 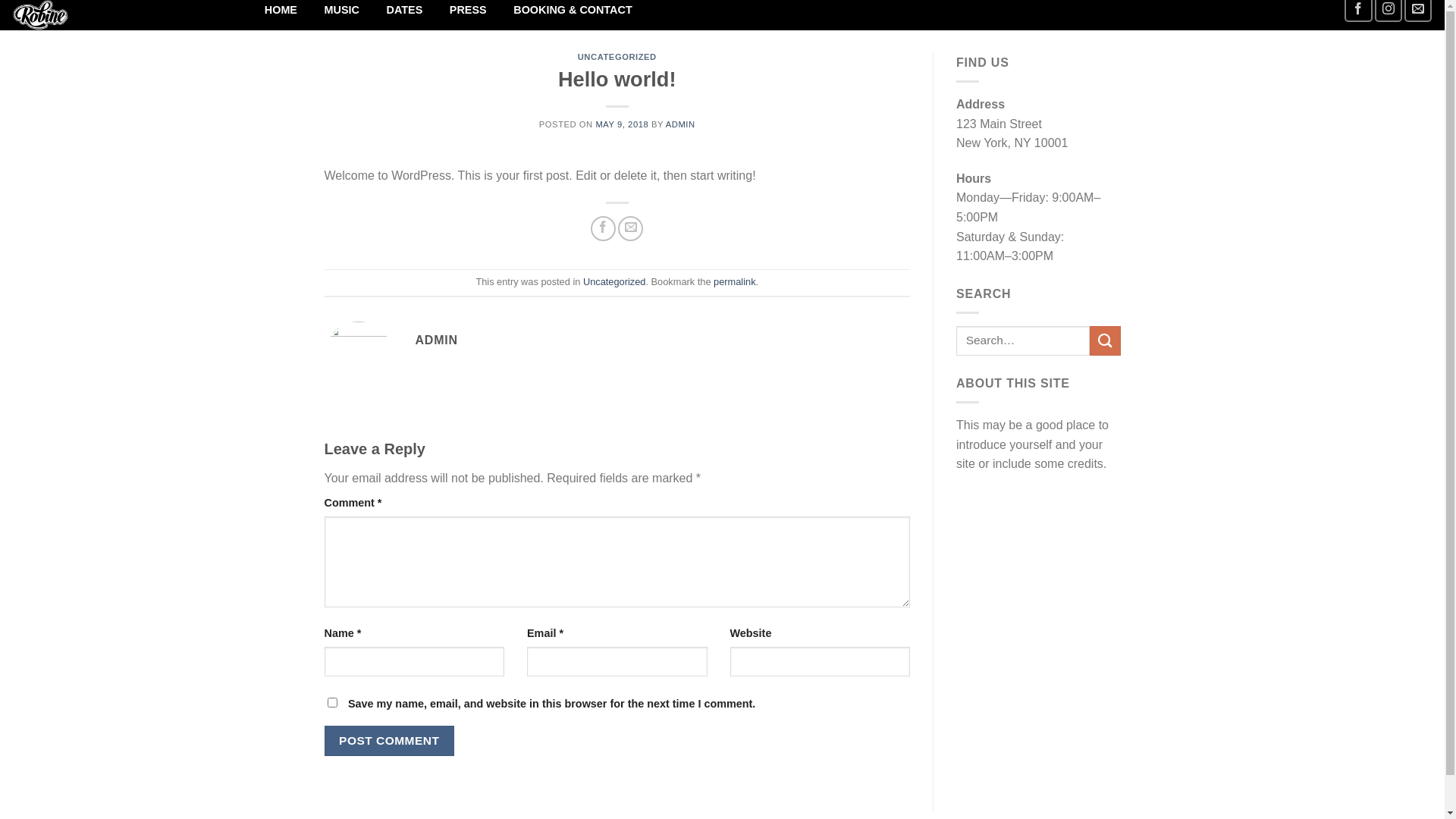 What do you see at coordinates (281, 10) in the screenshot?
I see `'HOME'` at bounding box center [281, 10].